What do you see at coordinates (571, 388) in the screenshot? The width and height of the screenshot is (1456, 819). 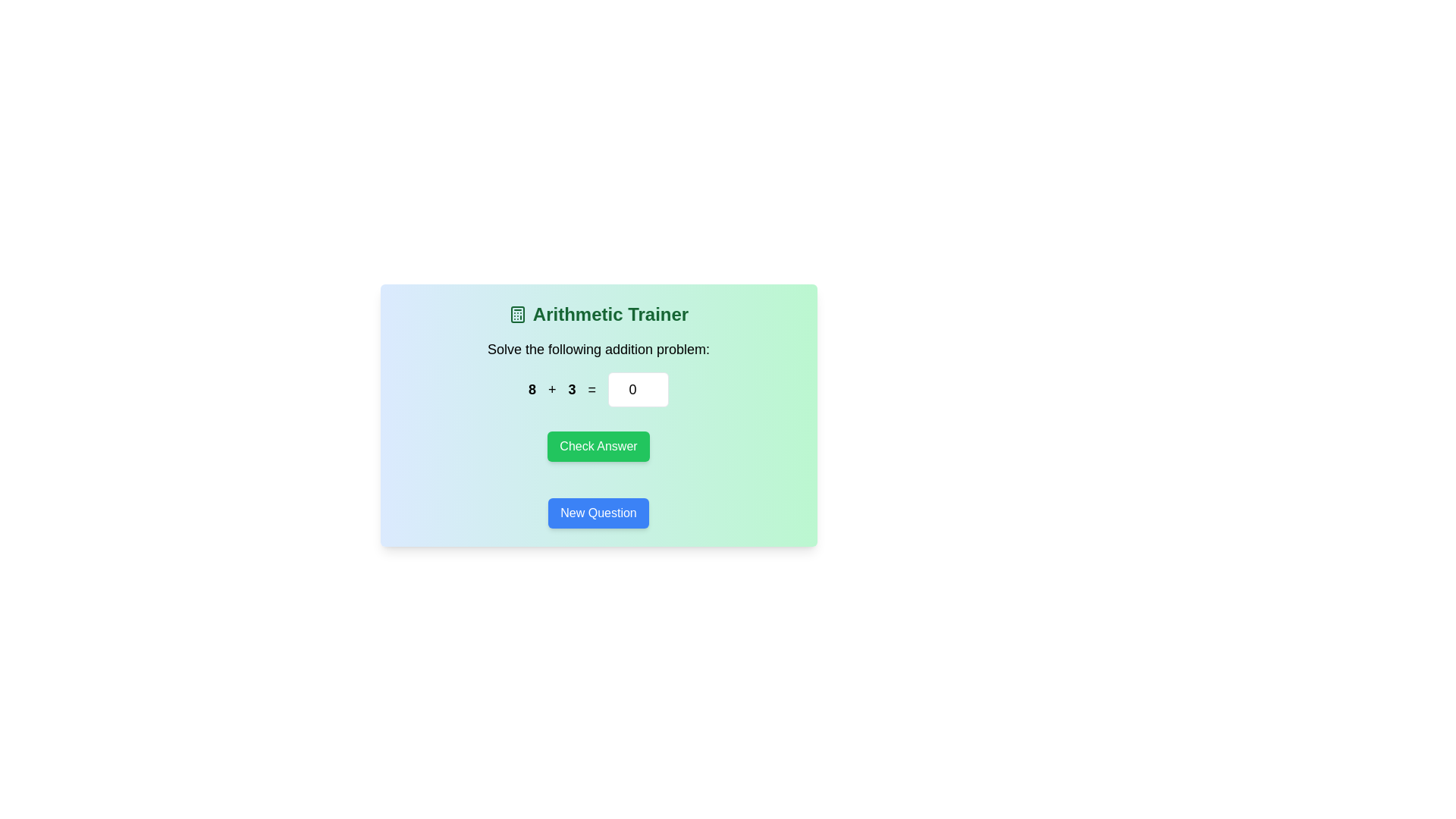 I see `the static text element displaying the number '3', which is located between the '+' symbol and the '=' symbol in the arithmetic equation` at bounding box center [571, 388].